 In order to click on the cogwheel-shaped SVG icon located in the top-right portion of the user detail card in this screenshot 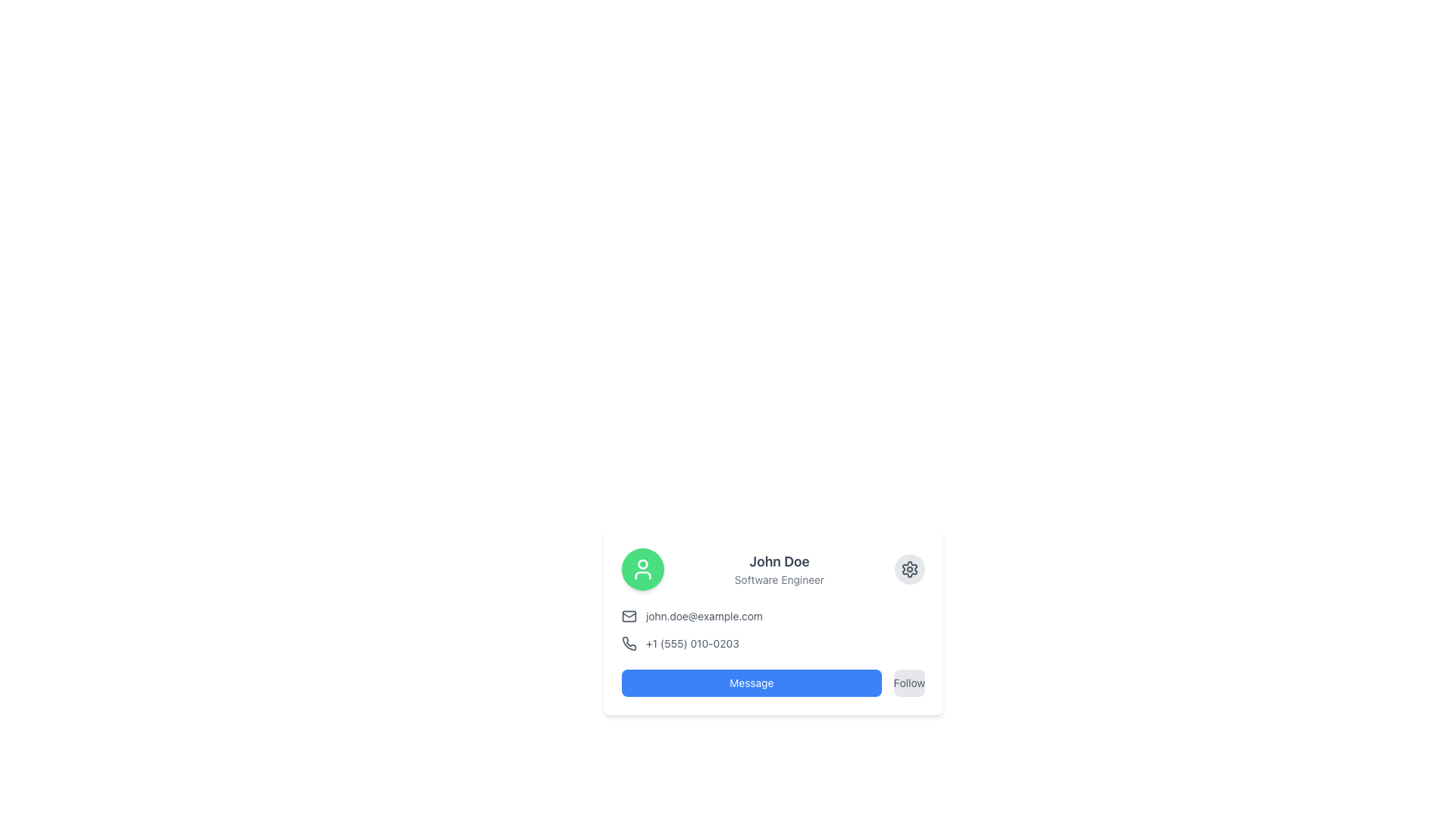, I will do `click(910, 570)`.